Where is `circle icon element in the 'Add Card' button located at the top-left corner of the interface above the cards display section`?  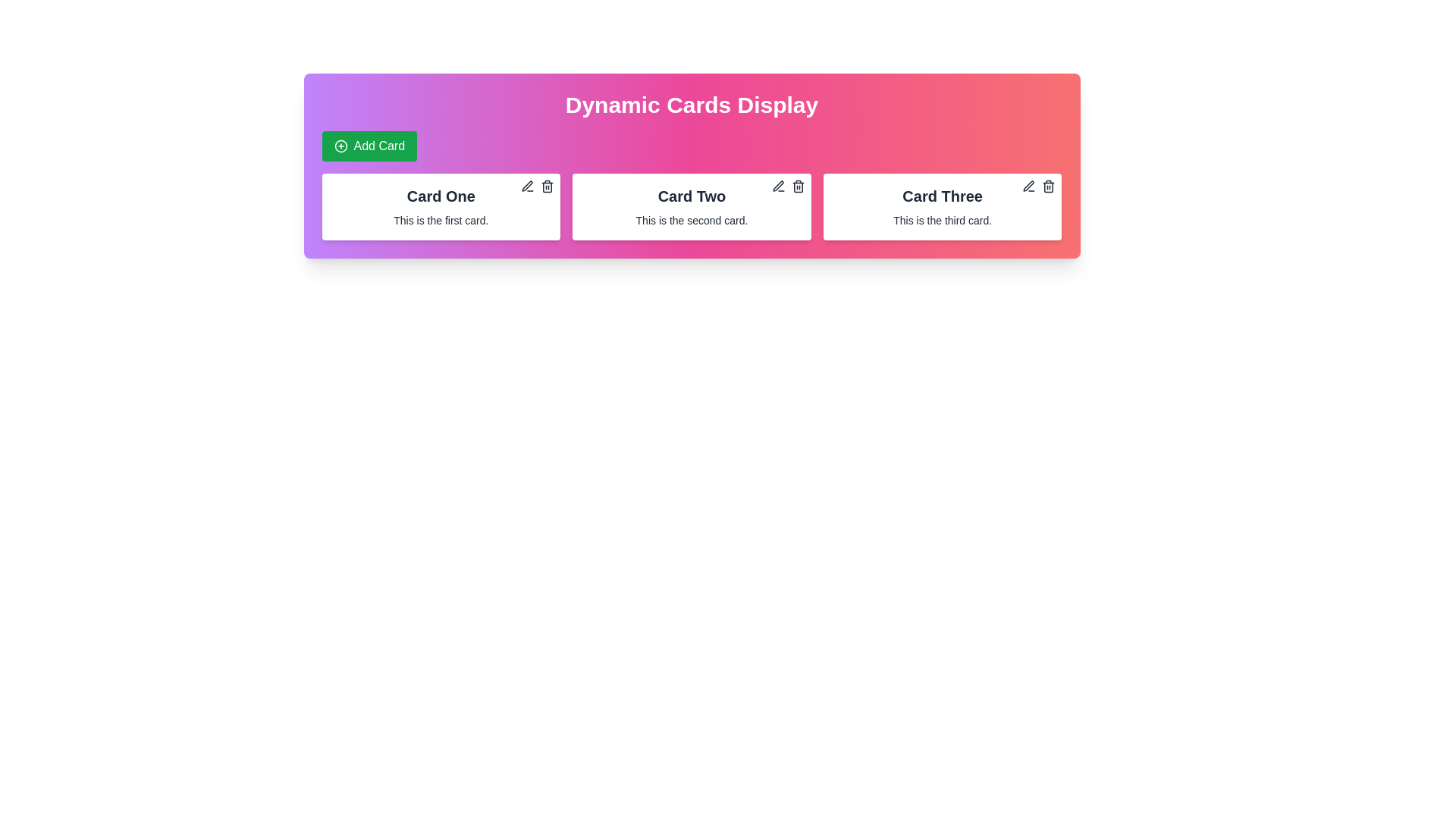
circle icon element in the 'Add Card' button located at the top-left corner of the interface above the cards display section is located at coordinates (340, 146).